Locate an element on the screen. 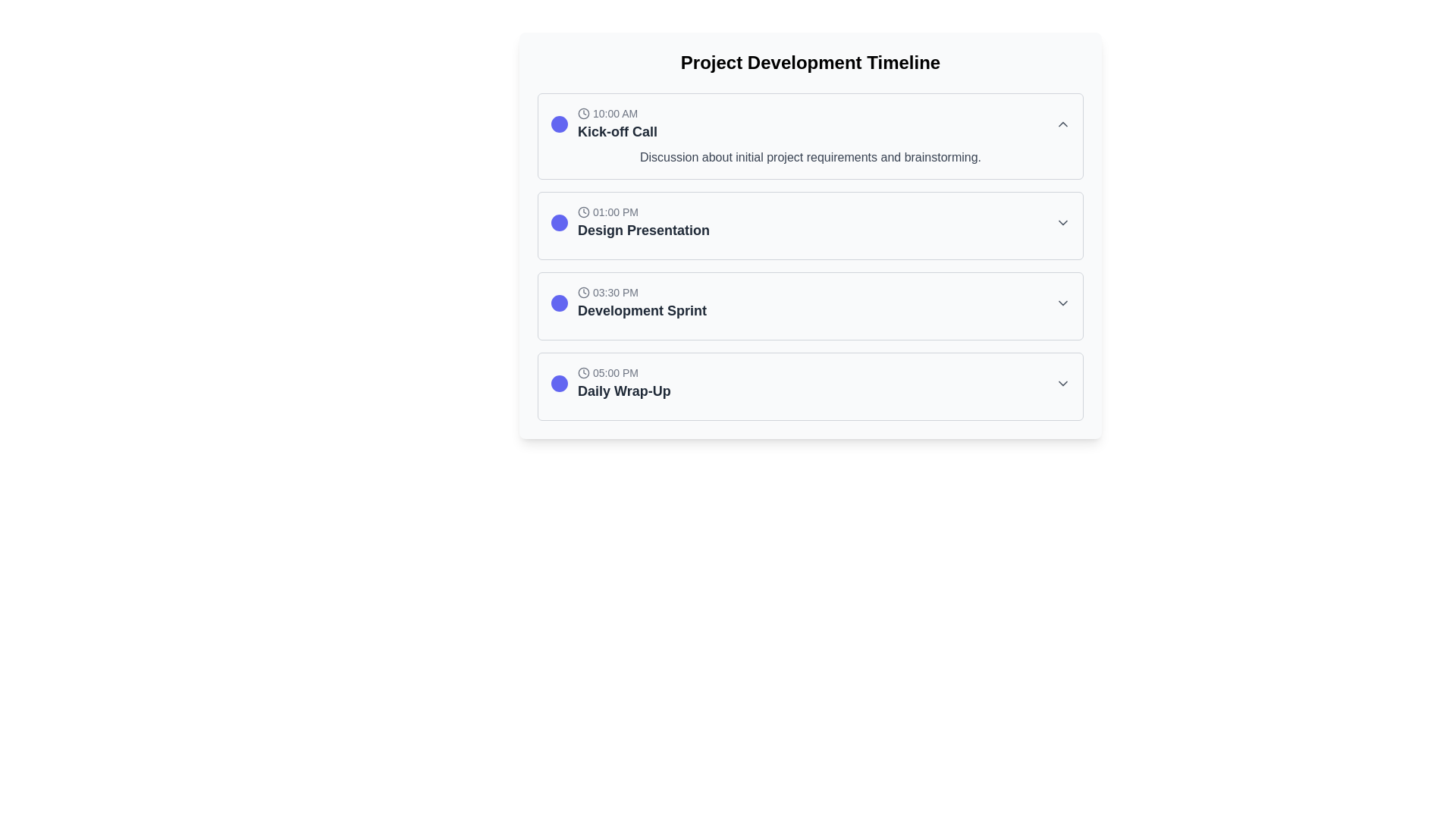  the small circular blue icon located to the left of the '03:30 PM Development Sprint' event in the timeline interface is located at coordinates (559, 303).